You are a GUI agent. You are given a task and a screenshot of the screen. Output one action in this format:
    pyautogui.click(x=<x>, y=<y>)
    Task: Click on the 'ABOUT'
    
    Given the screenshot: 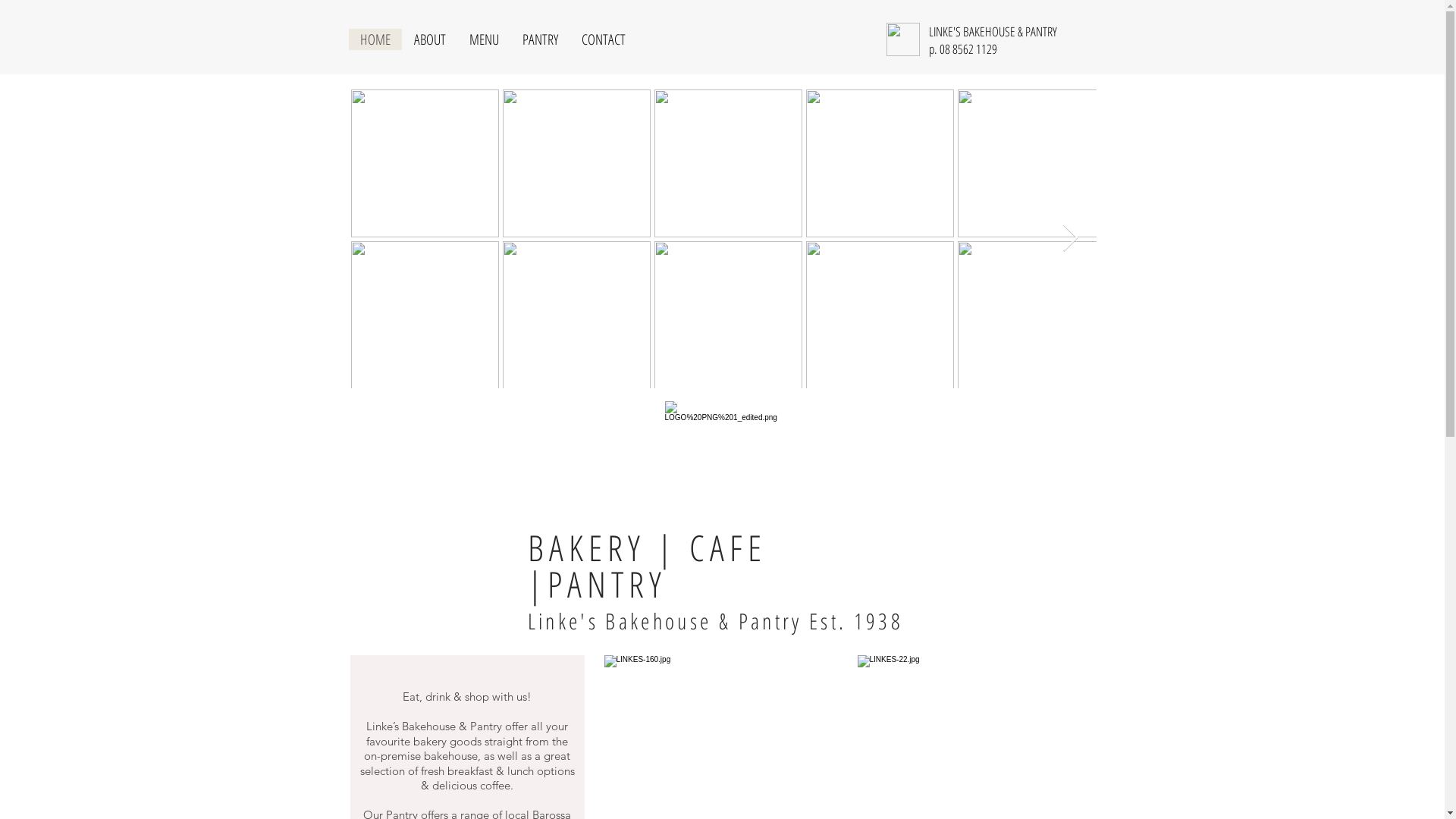 What is the action you would take?
    pyautogui.click(x=428, y=38)
    